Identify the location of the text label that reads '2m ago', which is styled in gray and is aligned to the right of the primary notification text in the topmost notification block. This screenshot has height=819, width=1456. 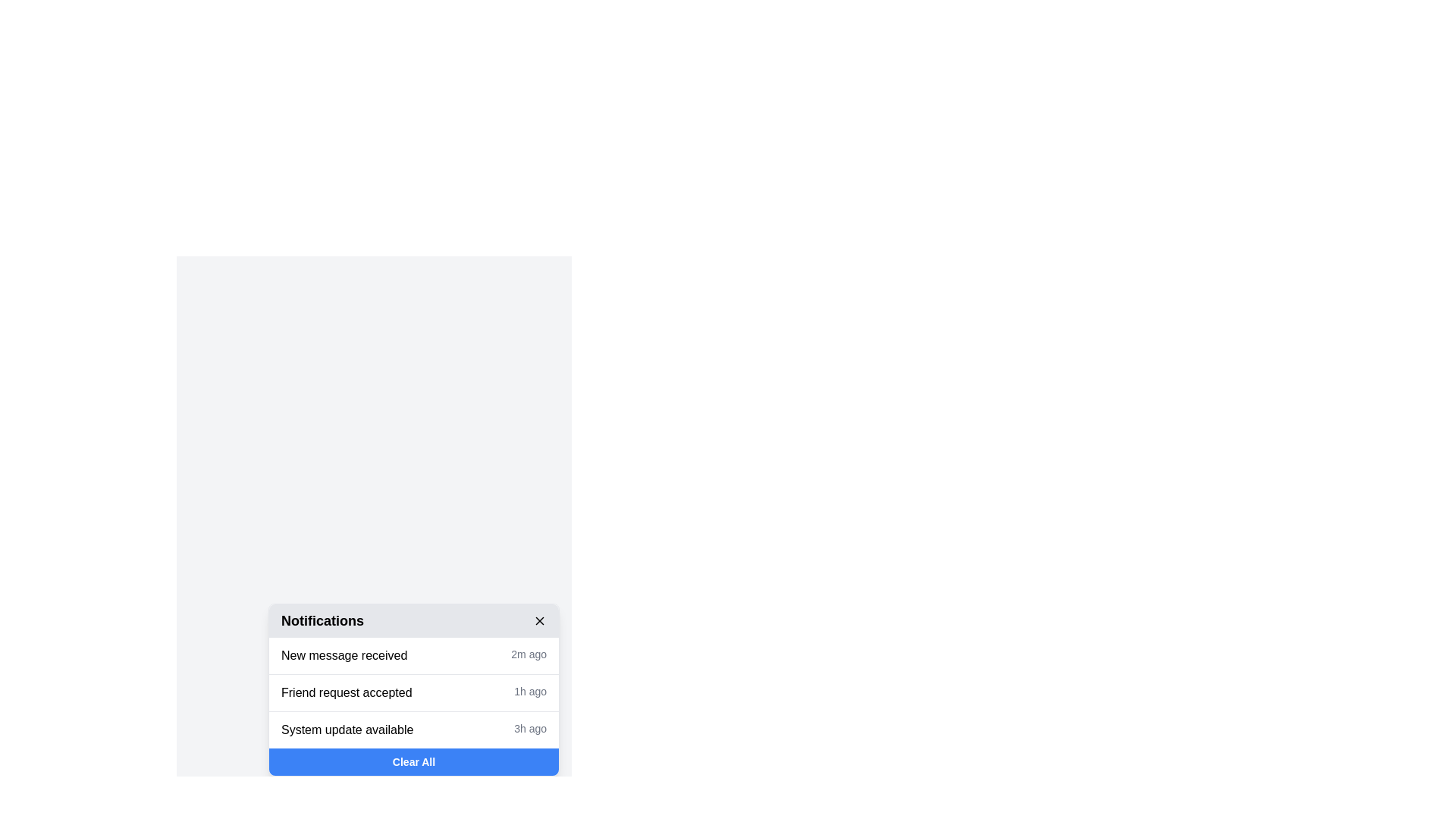
(529, 654).